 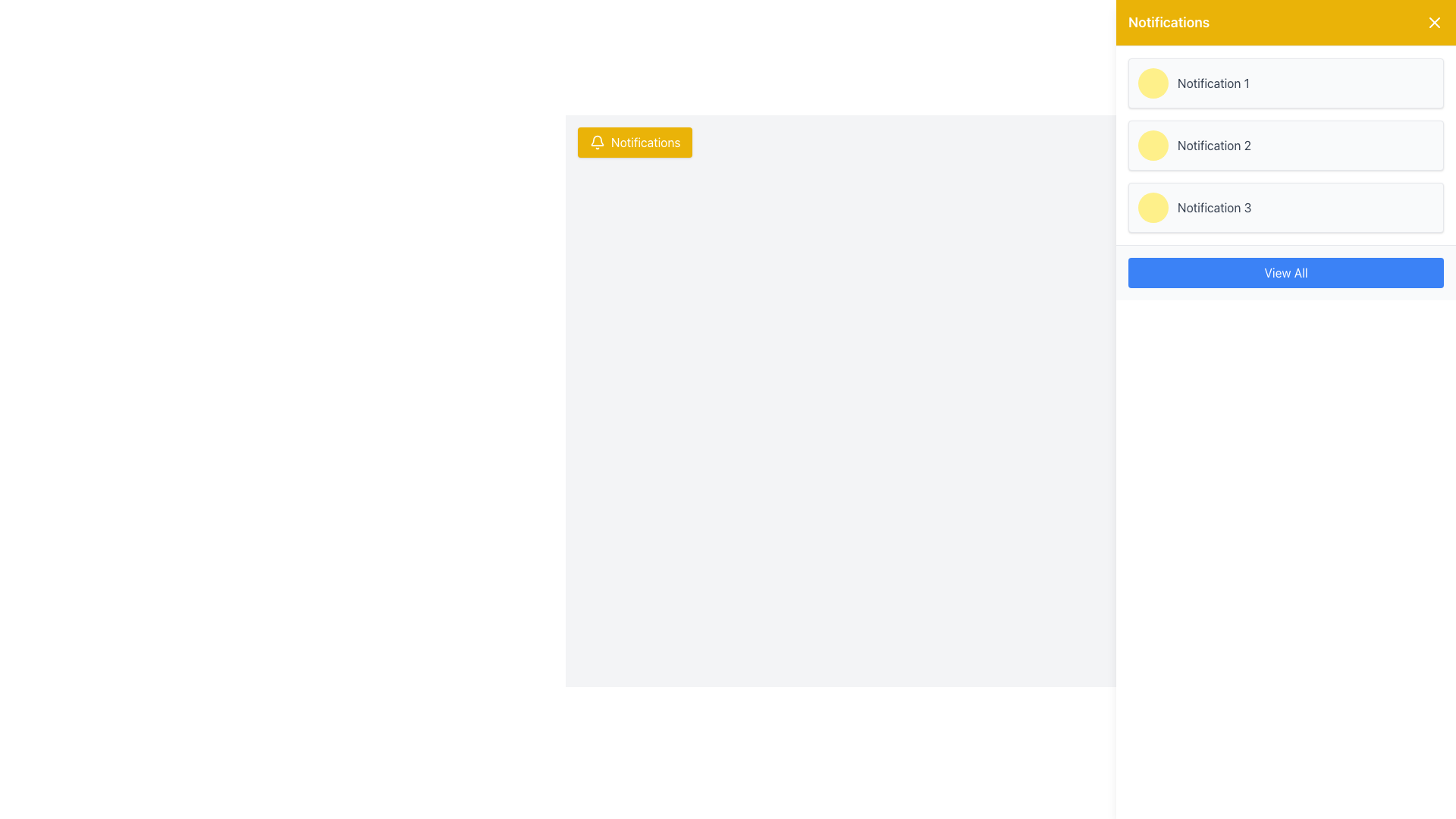 I want to click on the yellow circular indicator located on the left side of the 'Notification 3' bar in the notifications panel, so click(x=1153, y=207).